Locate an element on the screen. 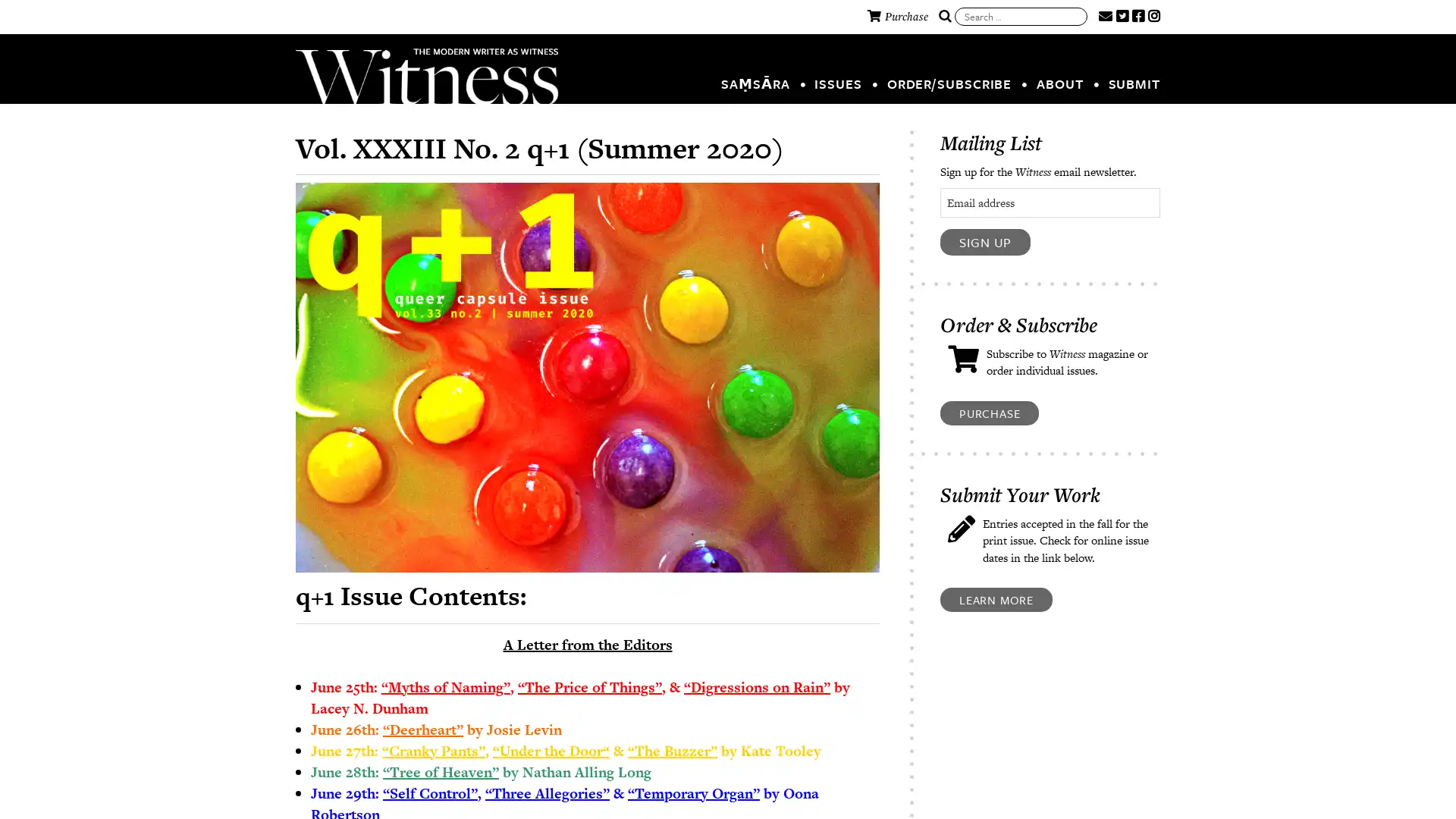 The image size is (1456, 819). Sign Up is located at coordinates (985, 241).